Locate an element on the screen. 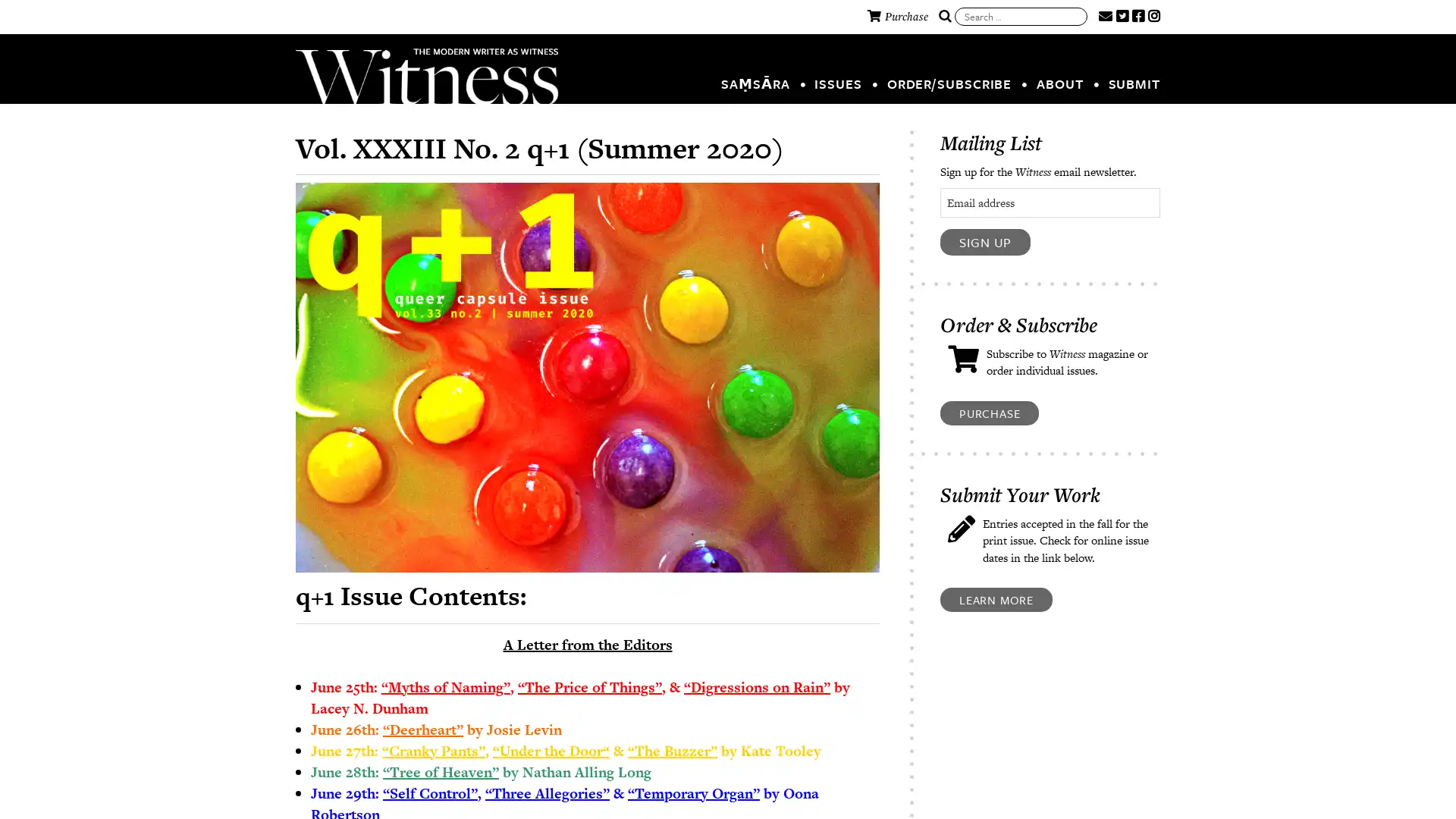 The image size is (1456, 819). Sign Up is located at coordinates (985, 241).